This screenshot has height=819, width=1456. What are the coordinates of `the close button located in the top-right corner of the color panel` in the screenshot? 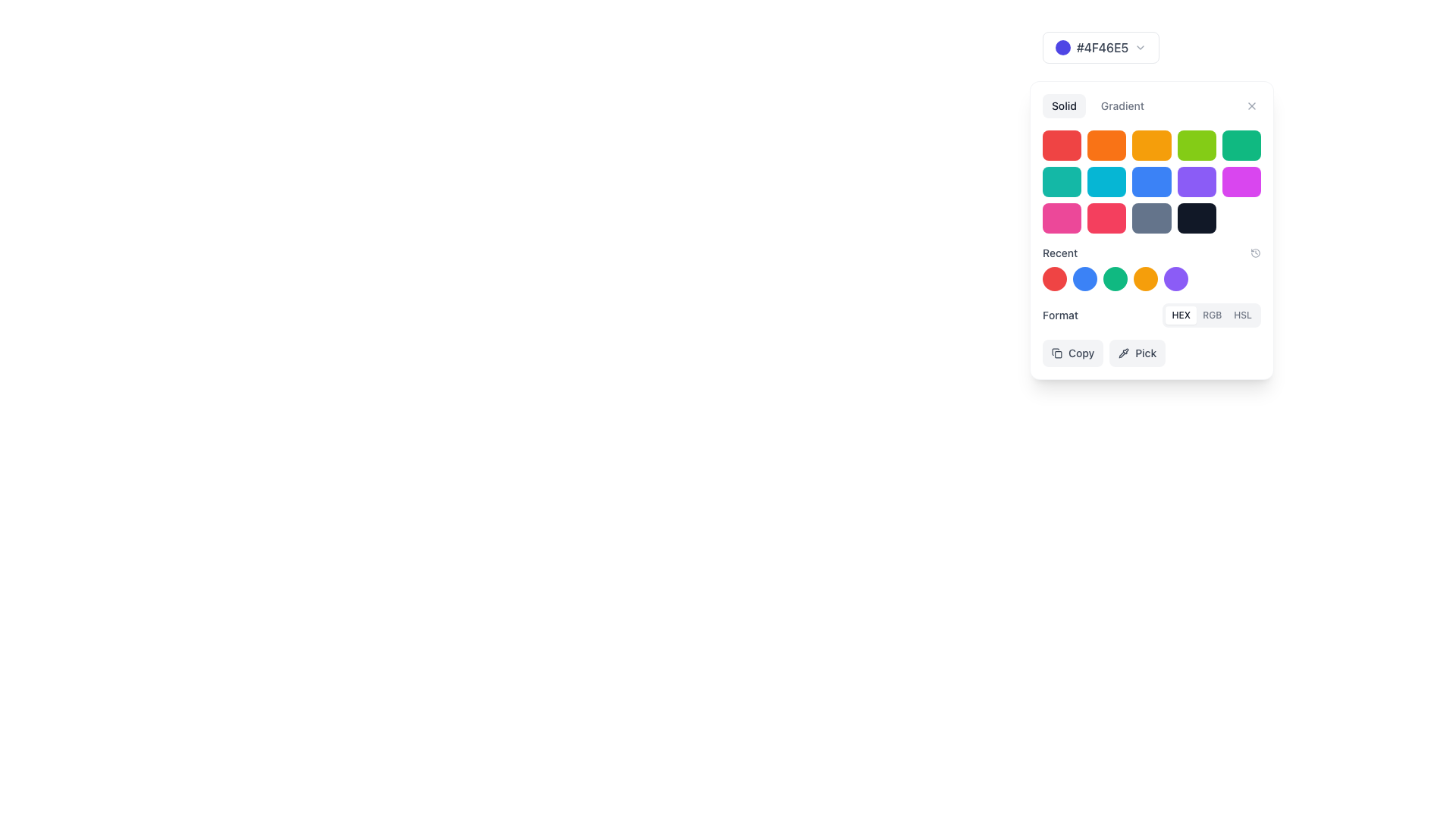 It's located at (1252, 105).